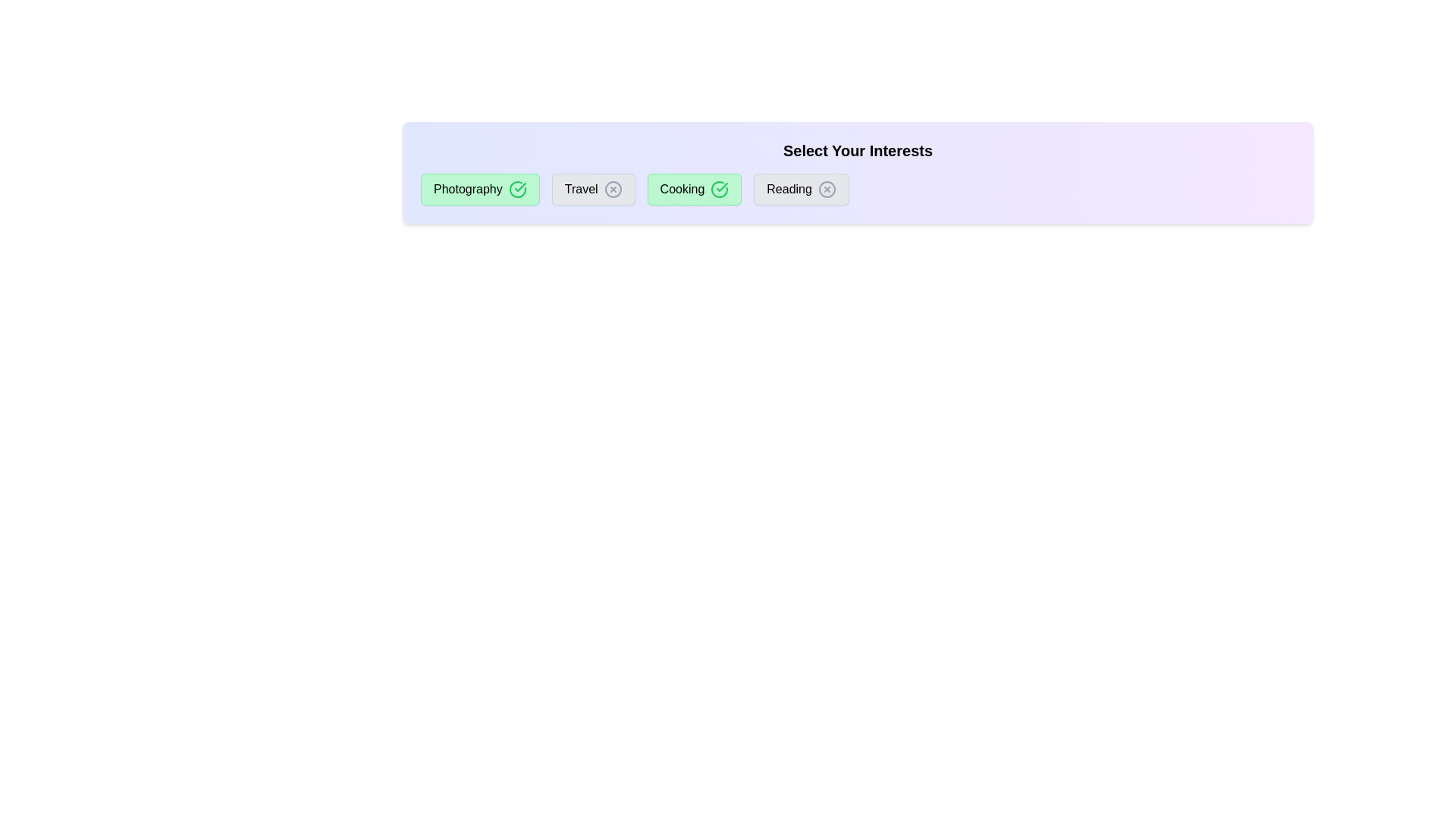 This screenshot has width=1456, height=819. Describe the element at coordinates (801, 189) in the screenshot. I see `the chip labeled Reading` at that location.